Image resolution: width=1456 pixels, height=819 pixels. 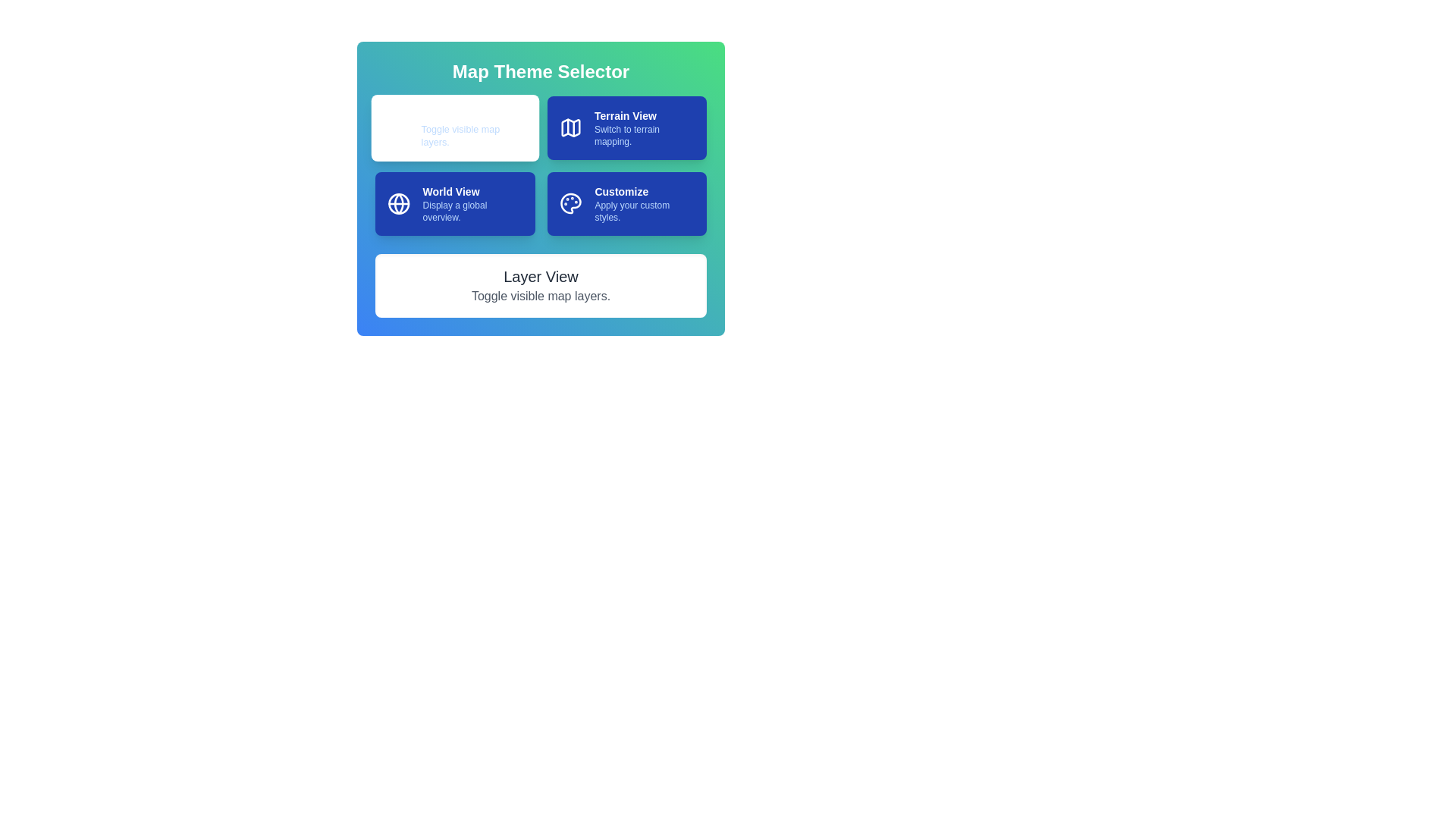 What do you see at coordinates (570, 127) in the screenshot?
I see `the compact blue map icon located inside the 'Terrain View' button` at bounding box center [570, 127].